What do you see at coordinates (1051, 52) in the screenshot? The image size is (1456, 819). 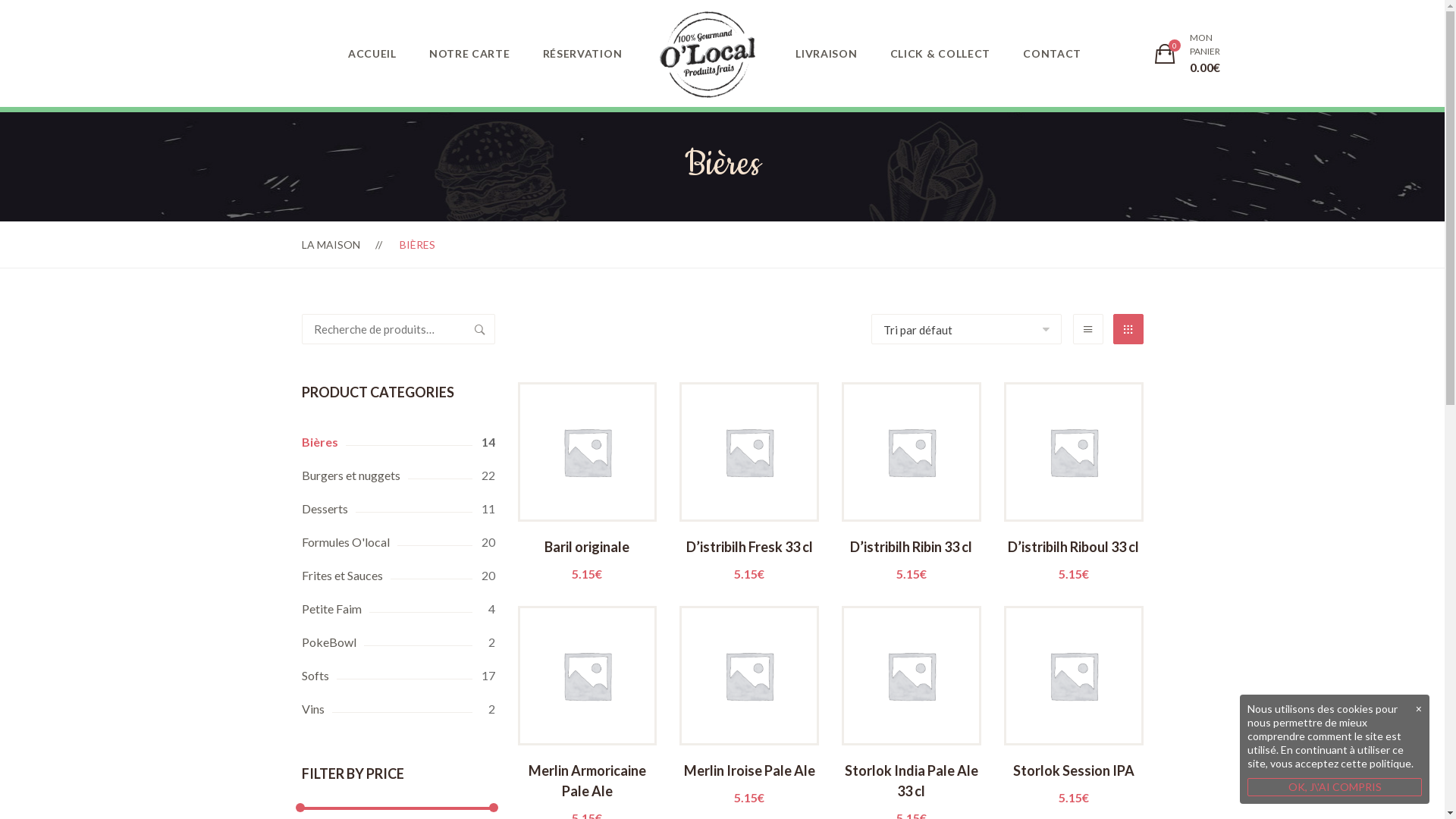 I see `'CONTACT'` at bounding box center [1051, 52].